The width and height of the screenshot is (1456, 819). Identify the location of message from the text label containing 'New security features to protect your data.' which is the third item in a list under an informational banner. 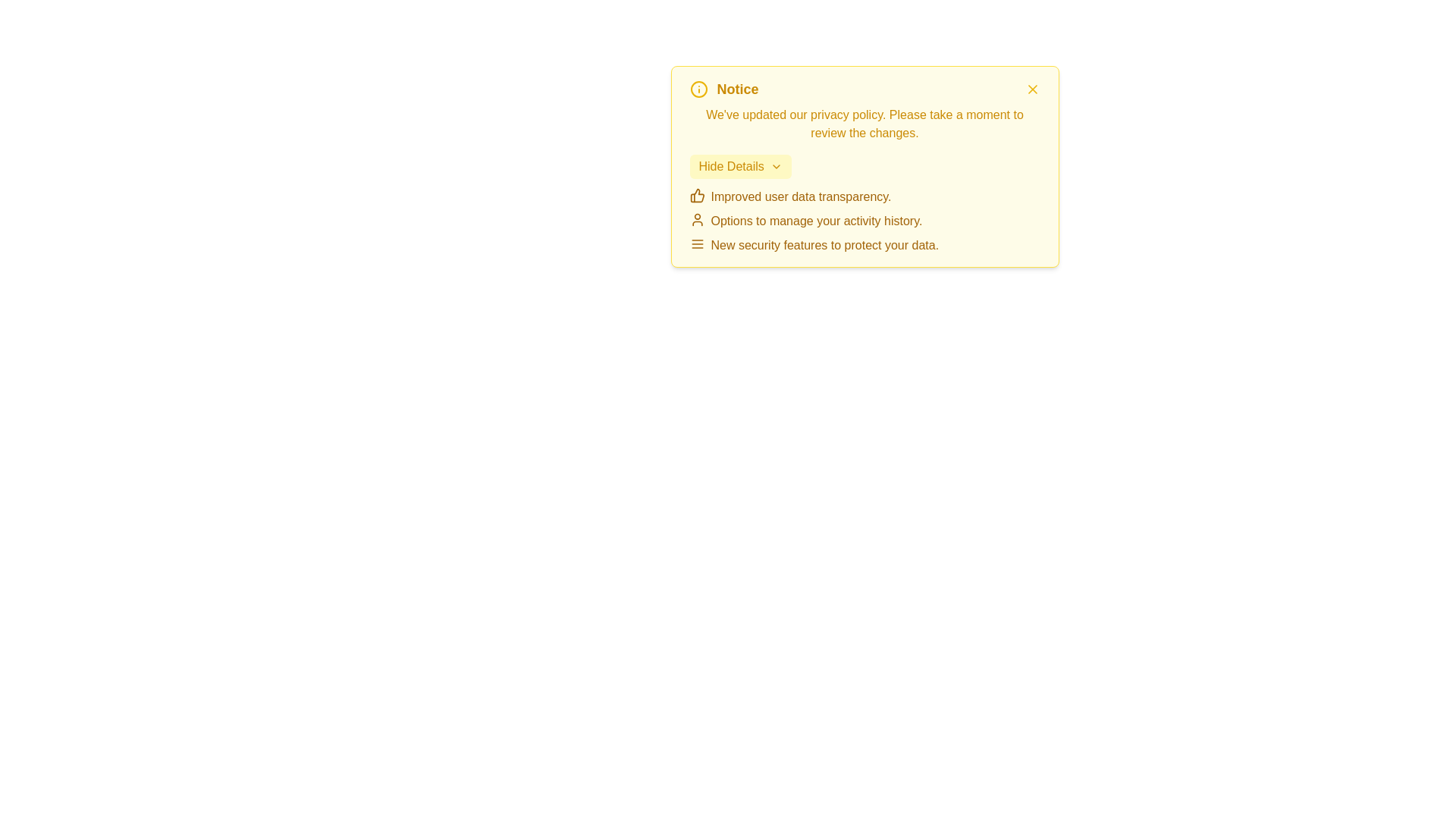
(824, 245).